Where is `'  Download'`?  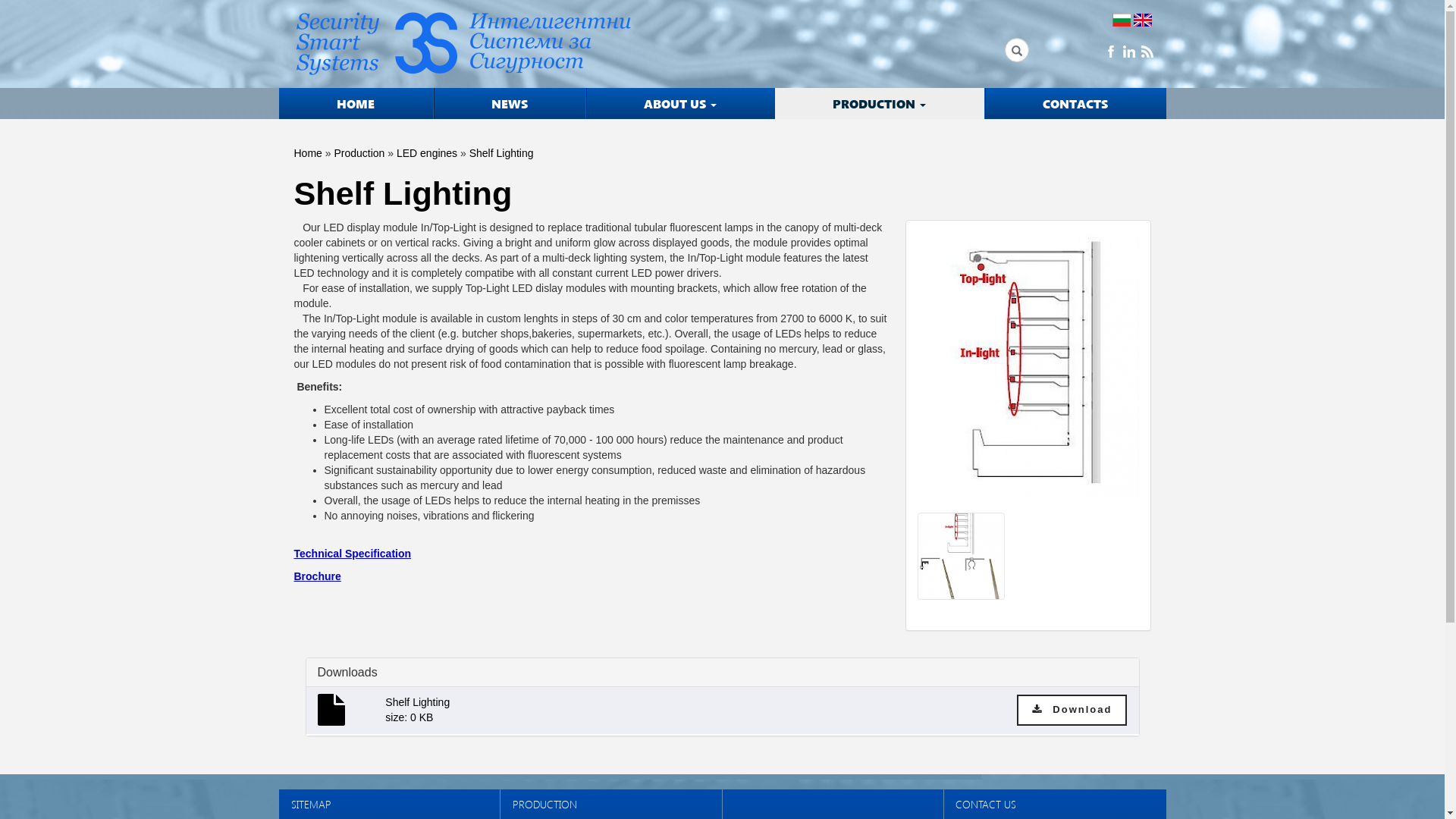 '  Download' is located at coordinates (1071, 710).